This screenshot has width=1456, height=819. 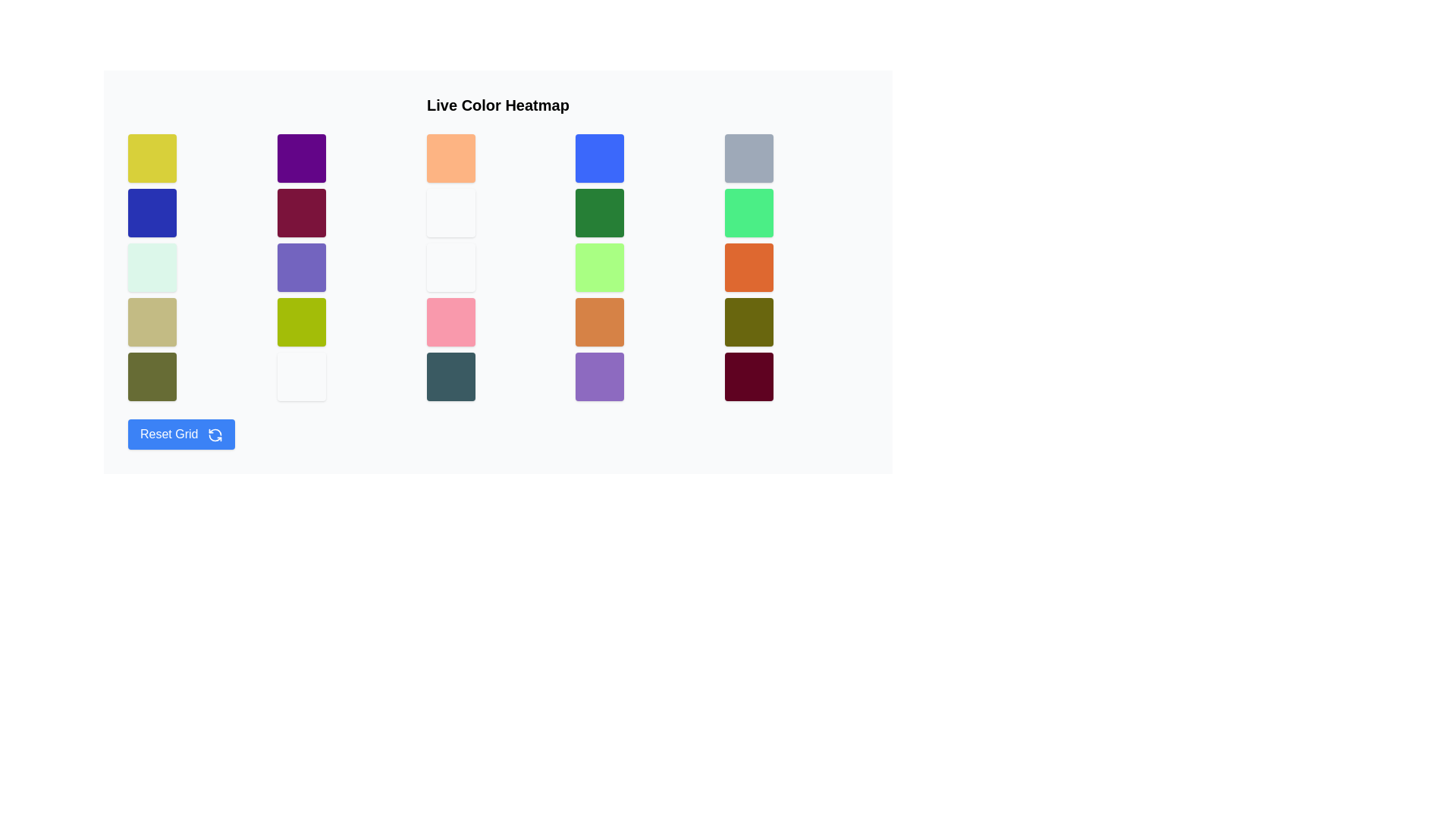 I want to click on the non-interactive visual element, which is a square with rounded edges and a solid background color of RGB(214, 130, 70), located as the fourth square in the fourth row of a grid layout, so click(x=599, y=321).